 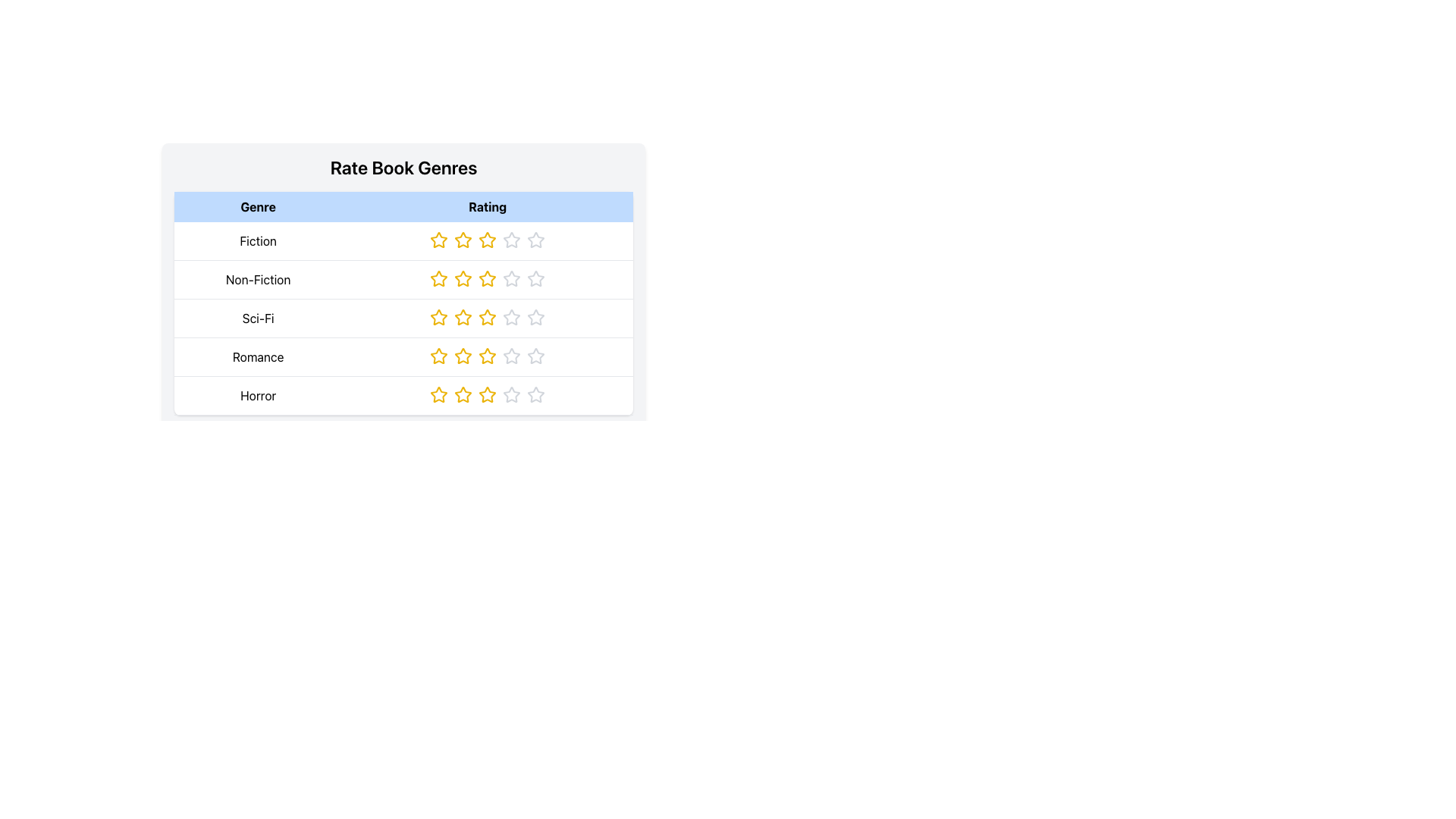 What do you see at coordinates (536, 278) in the screenshot?
I see `the fifth gray, hollow star icon in the 'Non-Fiction' row of the 'Rate Book Genres' table` at bounding box center [536, 278].